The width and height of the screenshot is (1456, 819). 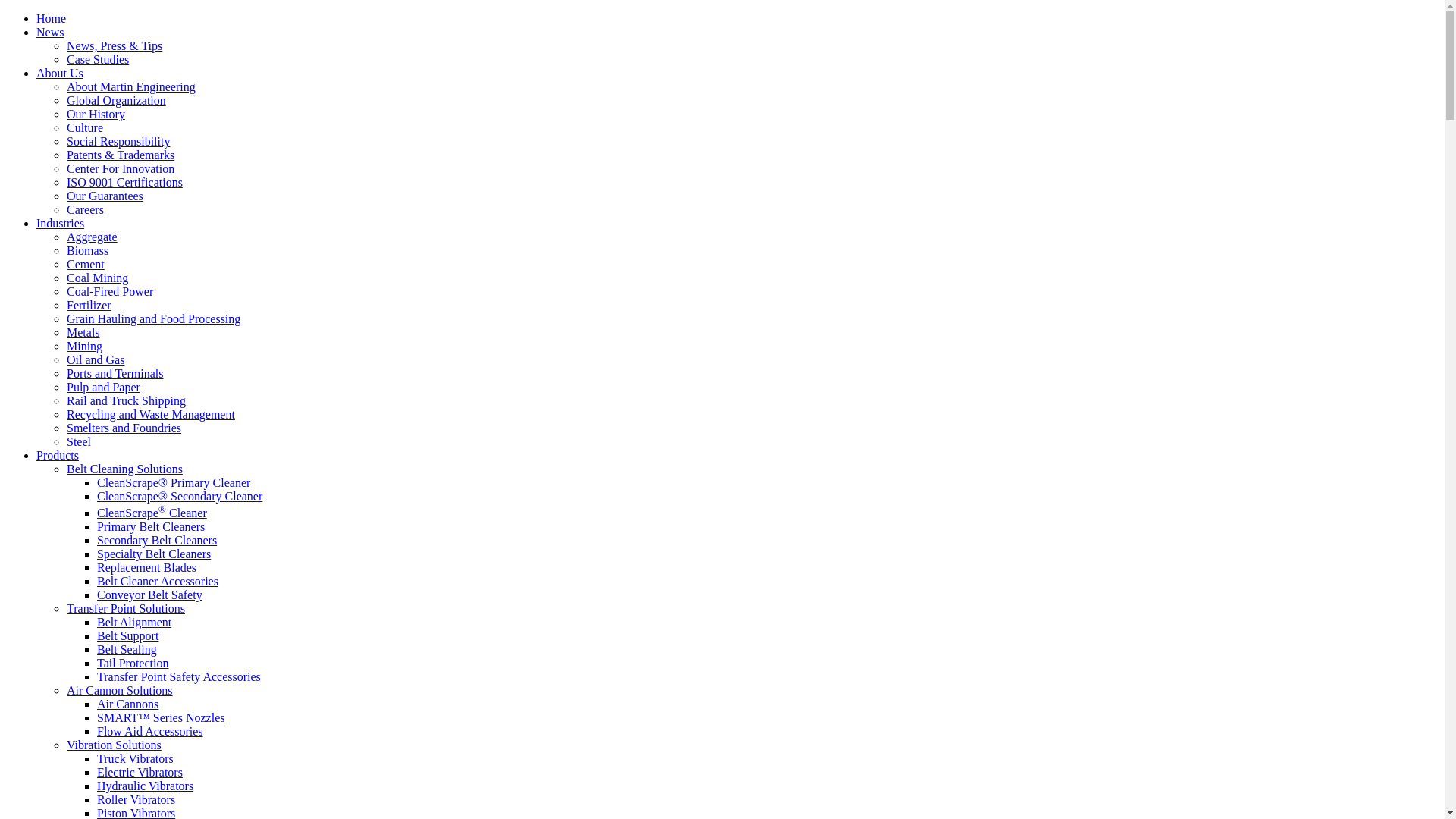 What do you see at coordinates (134, 622) in the screenshot?
I see `'Belt Alignment'` at bounding box center [134, 622].